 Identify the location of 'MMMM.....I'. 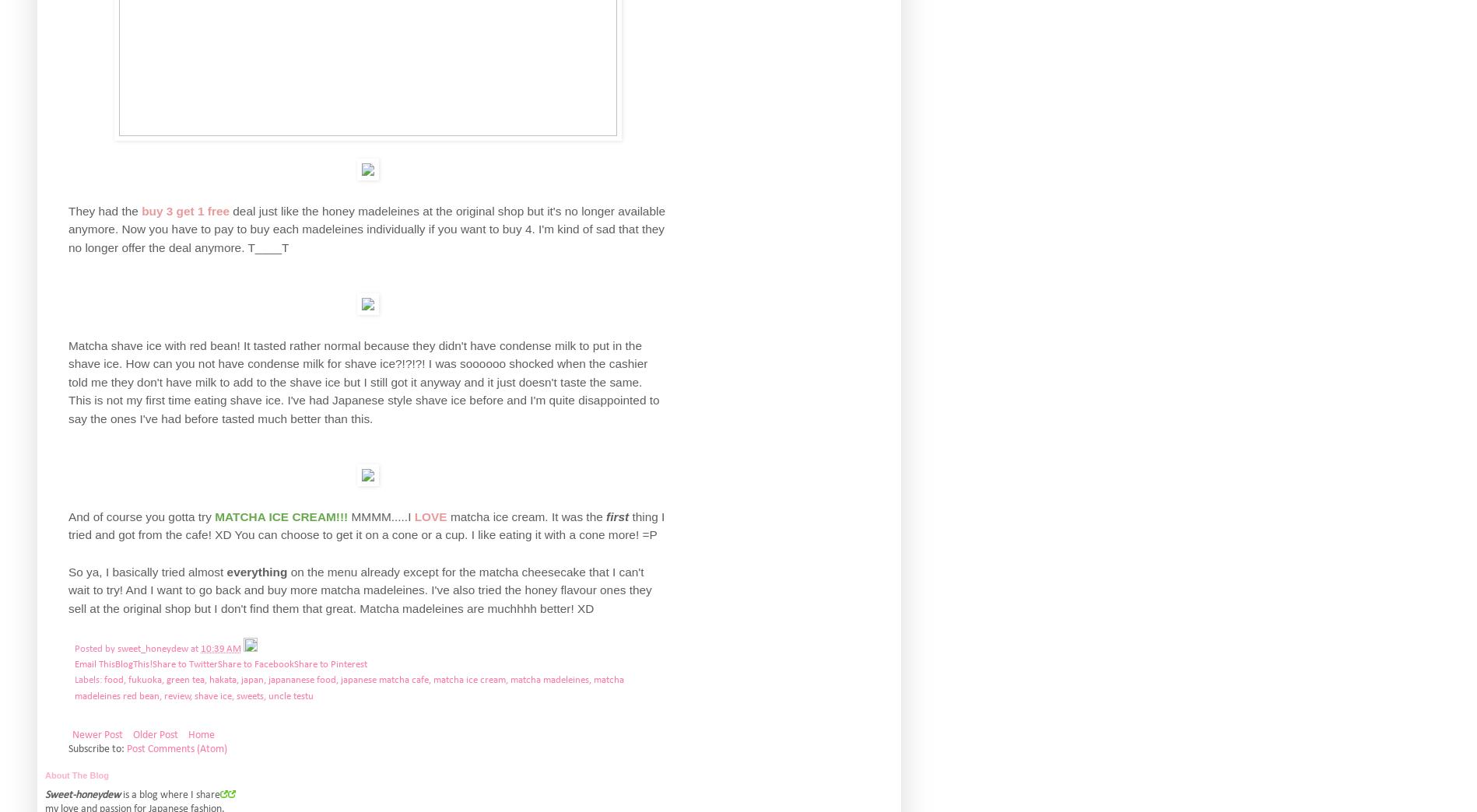
(381, 515).